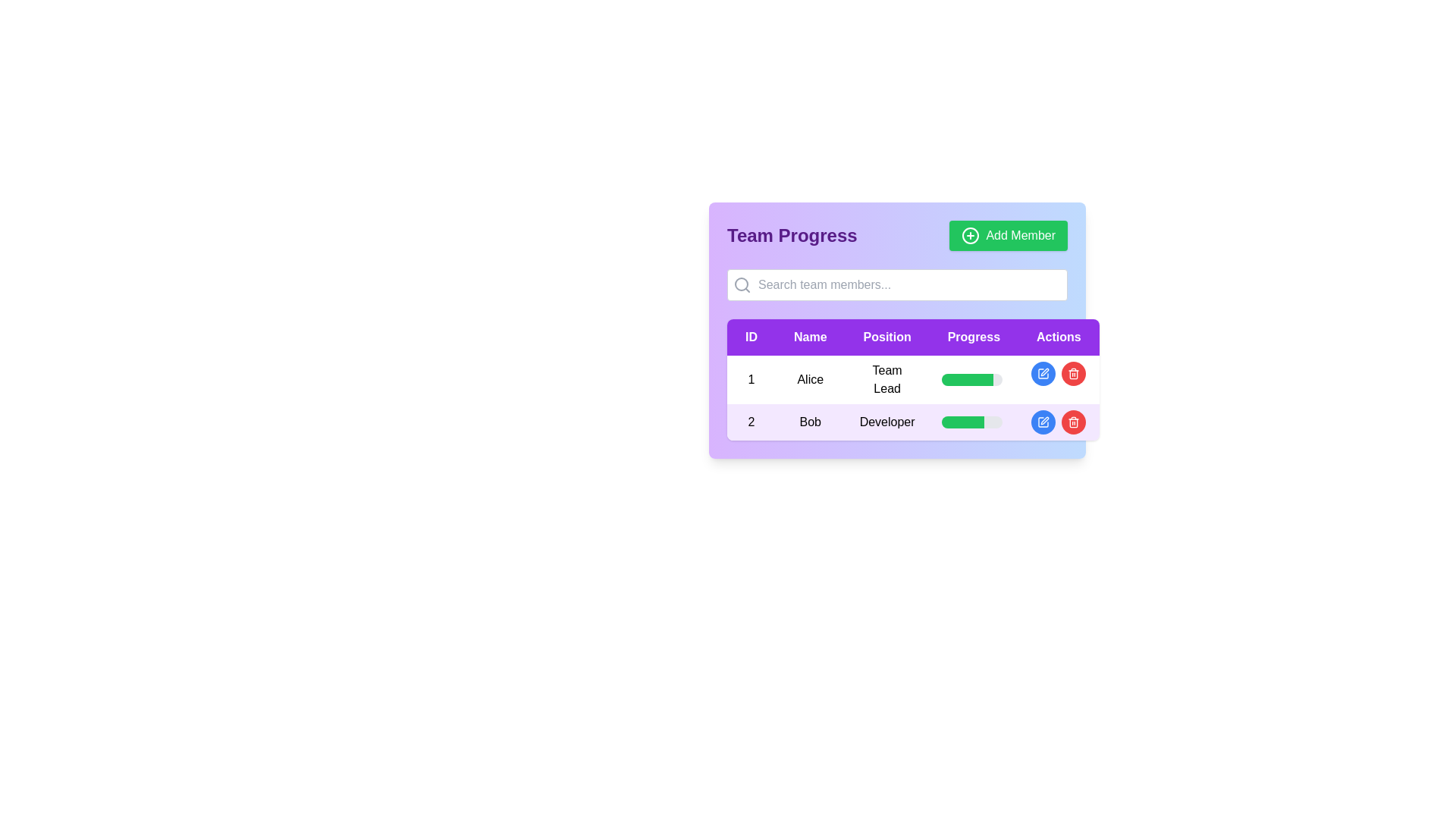 The image size is (1456, 819). Describe the element at coordinates (966, 379) in the screenshot. I see `the progress bar representing the task completion for 'Alice' in the 'Team Progress' table, which visually indicates 85% completion` at that location.